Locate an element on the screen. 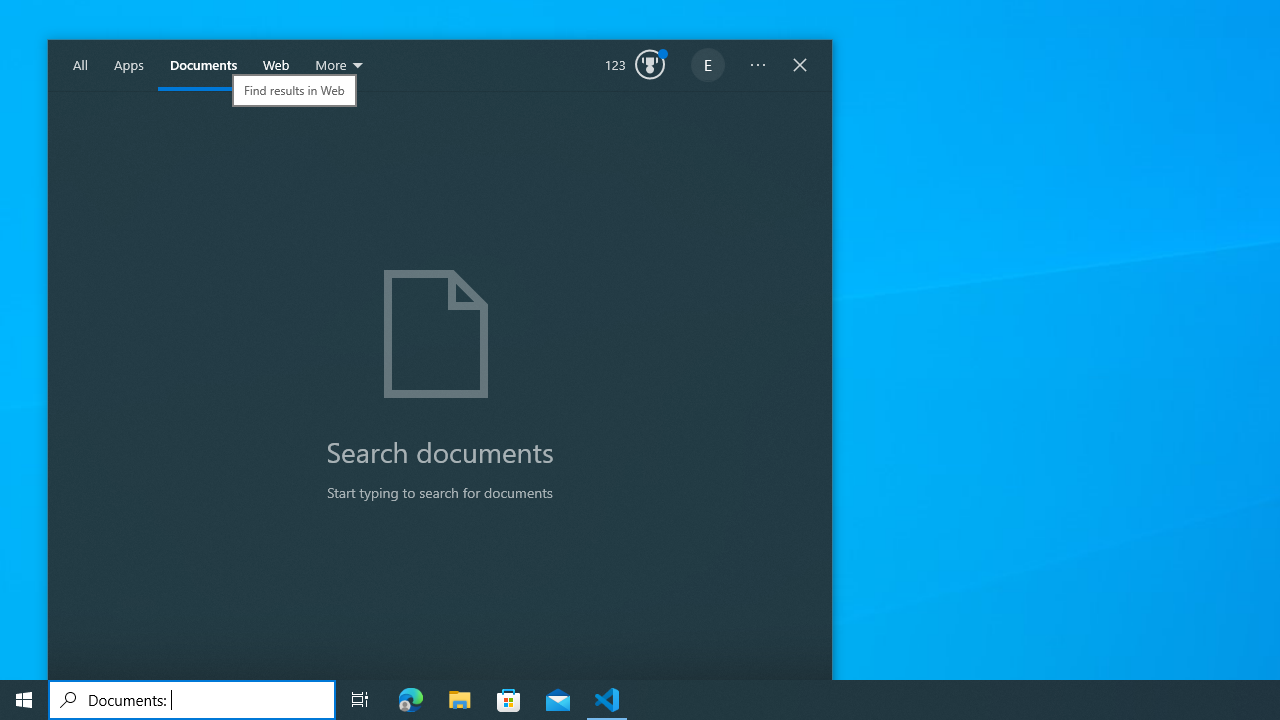  'Start' is located at coordinates (24, 698).